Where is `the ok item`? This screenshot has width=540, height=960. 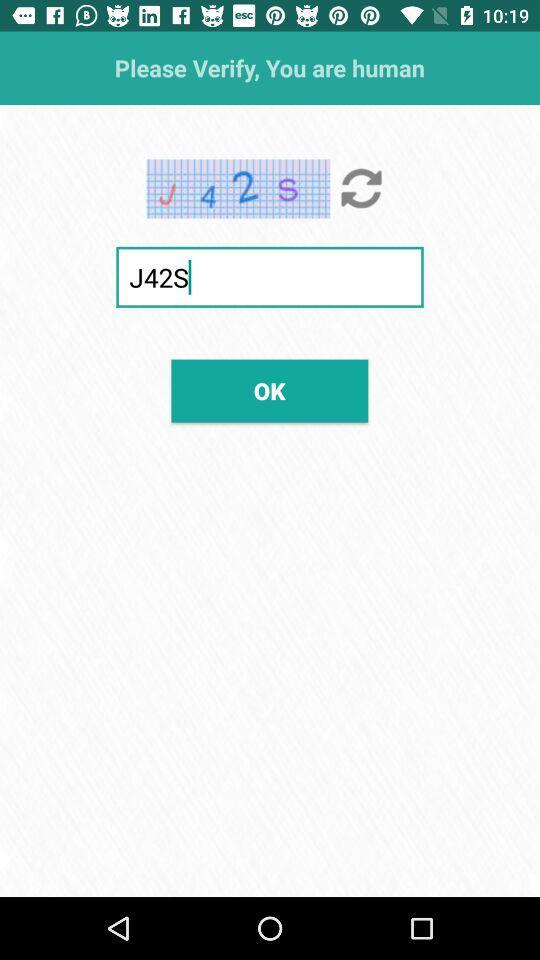 the ok item is located at coordinates (269, 390).